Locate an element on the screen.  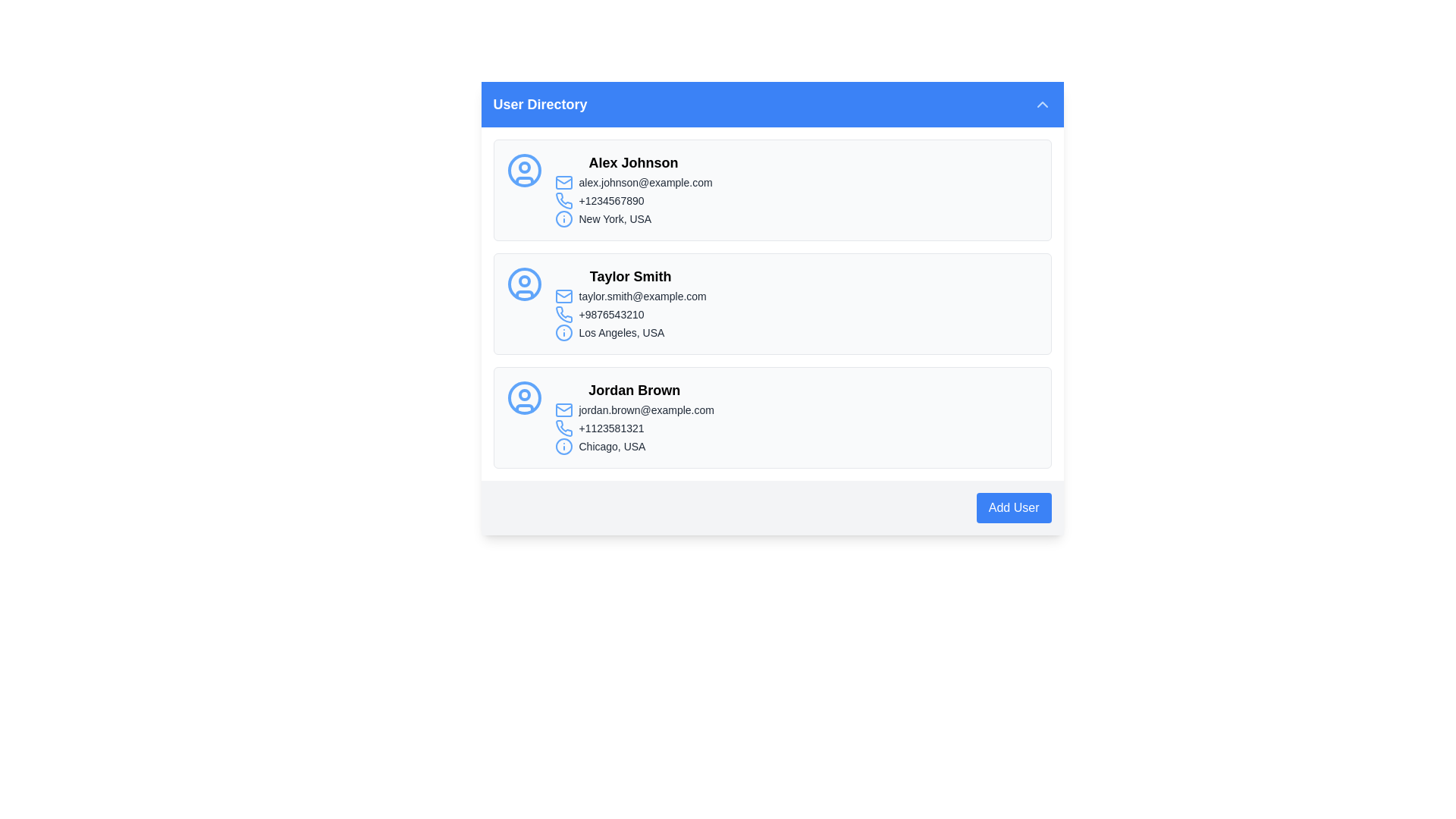
the small circular icon within the larger user profile icon representing 'Alex Johnson' in the User Directory is located at coordinates (524, 167).